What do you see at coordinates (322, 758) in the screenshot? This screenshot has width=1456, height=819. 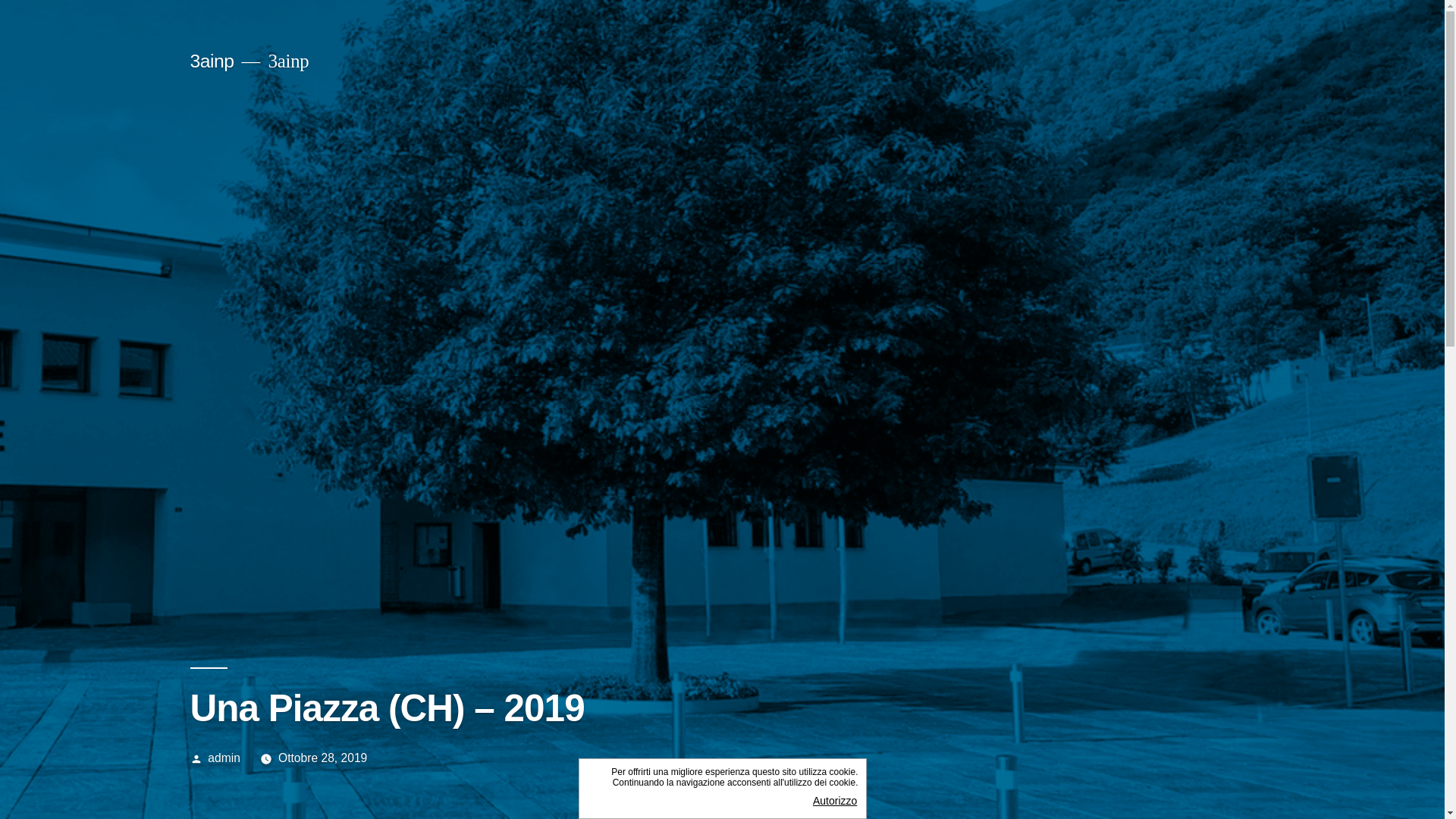 I see `'Ottobre 28, 2019'` at bounding box center [322, 758].